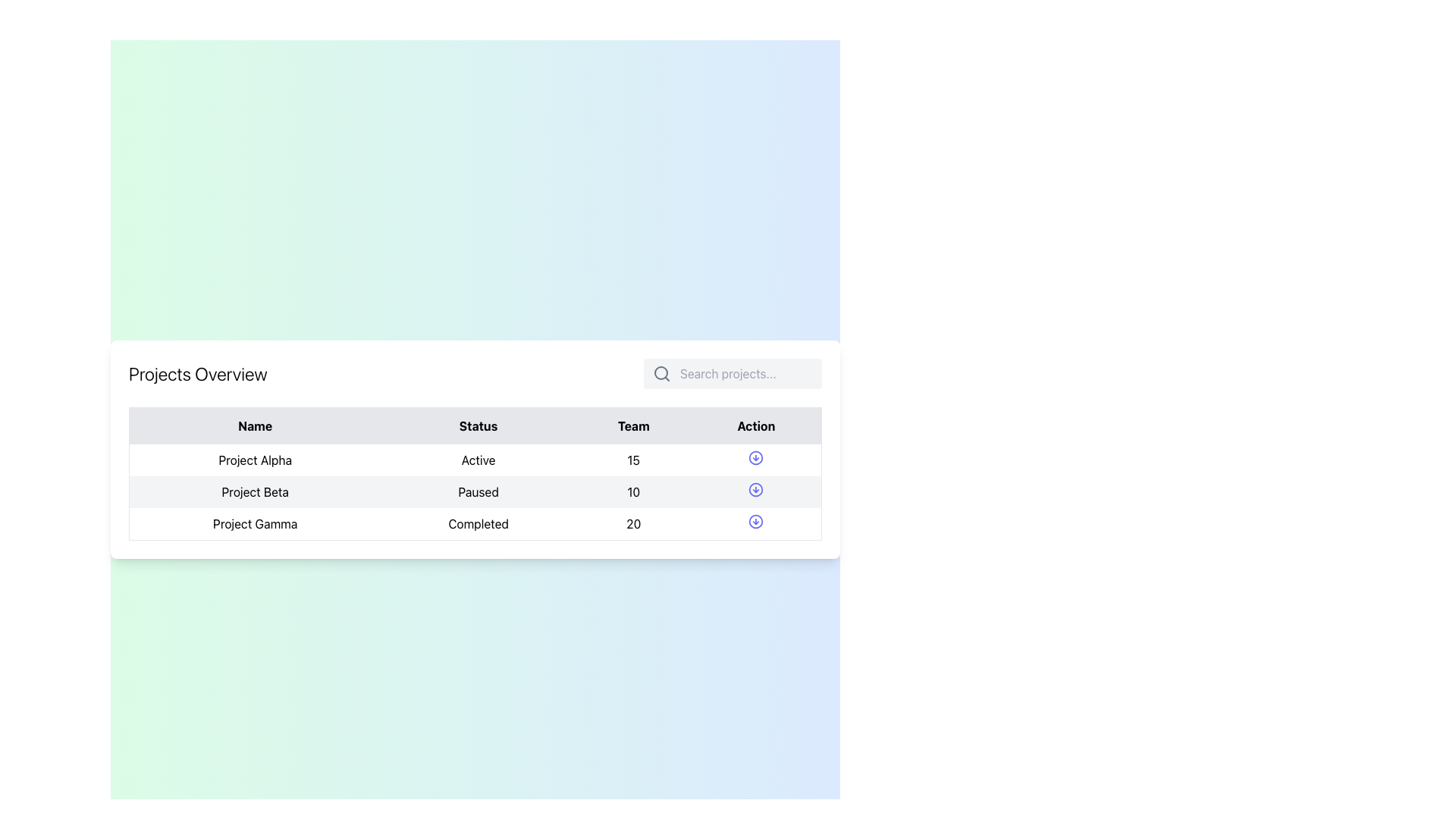 Image resolution: width=1456 pixels, height=819 pixels. What do you see at coordinates (478, 459) in the screenshot?
I see `text label indicating the current status of 'Project Alpha' in the second column of the first row within the table, located below the 'Status' header` at bounding box center [478, 459].